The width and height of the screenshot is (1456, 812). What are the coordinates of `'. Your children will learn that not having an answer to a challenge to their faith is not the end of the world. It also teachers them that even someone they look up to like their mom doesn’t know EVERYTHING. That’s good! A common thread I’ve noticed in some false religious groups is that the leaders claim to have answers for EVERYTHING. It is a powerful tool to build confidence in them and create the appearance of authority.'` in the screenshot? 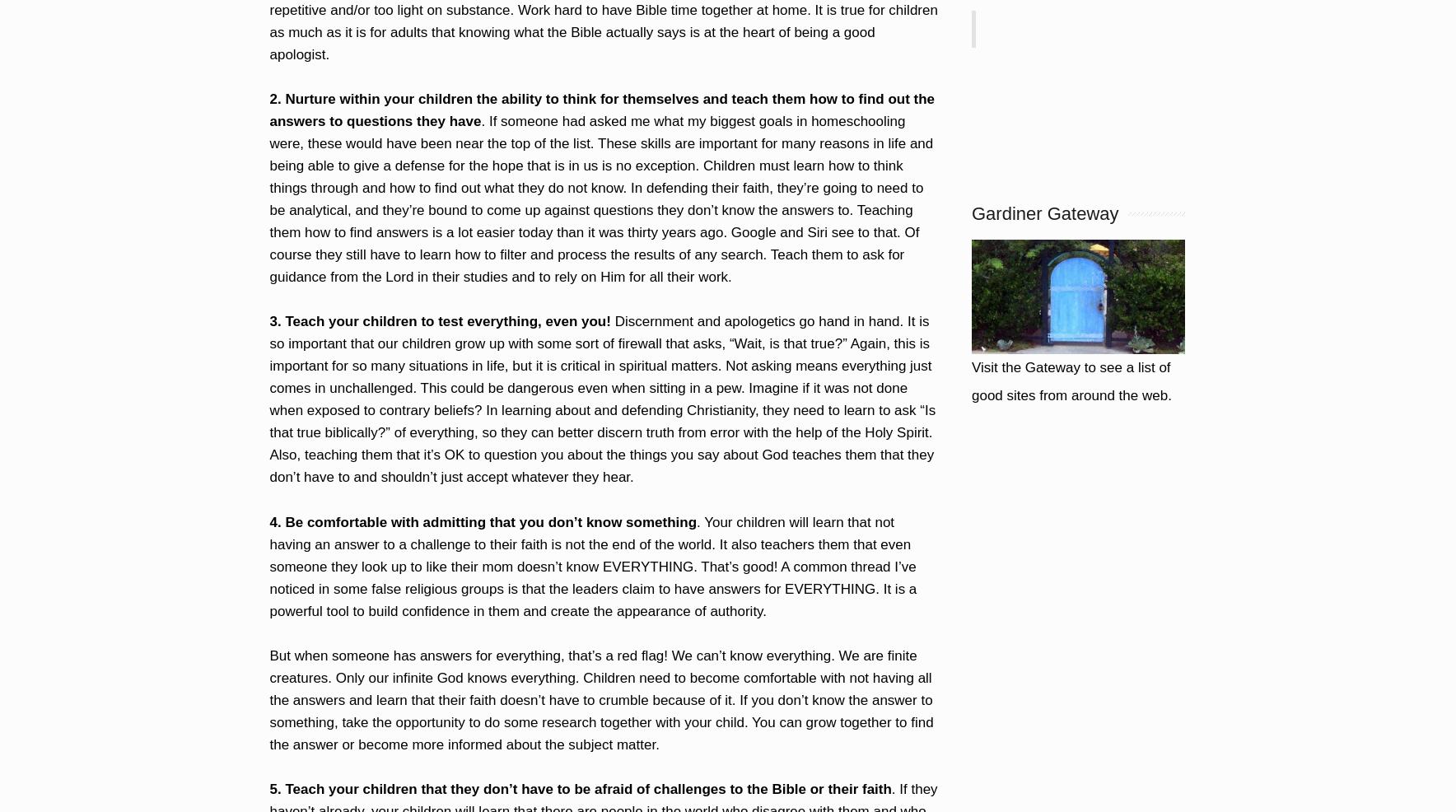 It's located at (592, 565).